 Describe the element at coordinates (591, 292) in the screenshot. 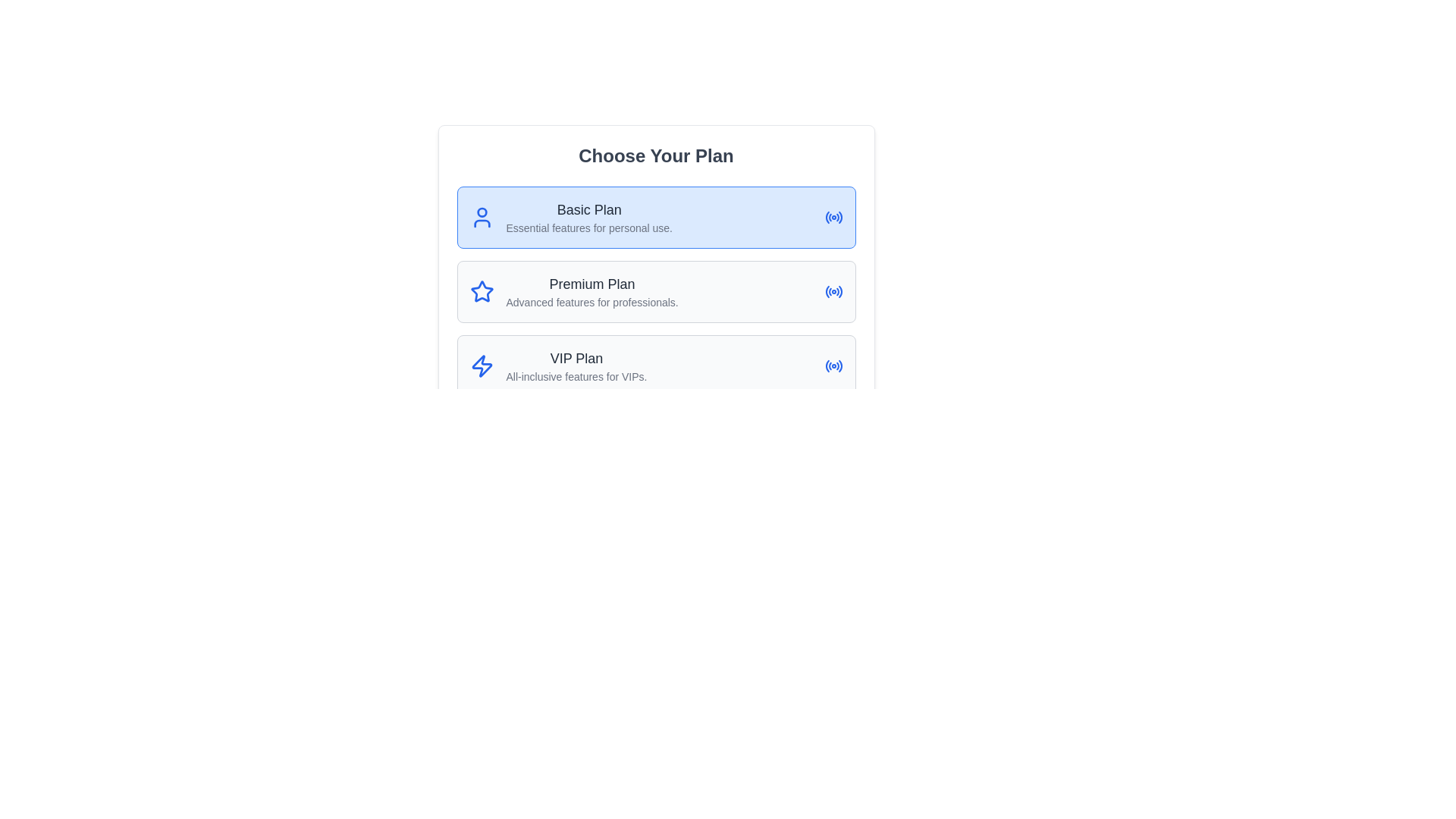

I see `details about the 'Premium Plan' choice in the subscription selection interface, which is the second option in the vertical list of plans within the 'Choose Your Plan' panel` at that location.